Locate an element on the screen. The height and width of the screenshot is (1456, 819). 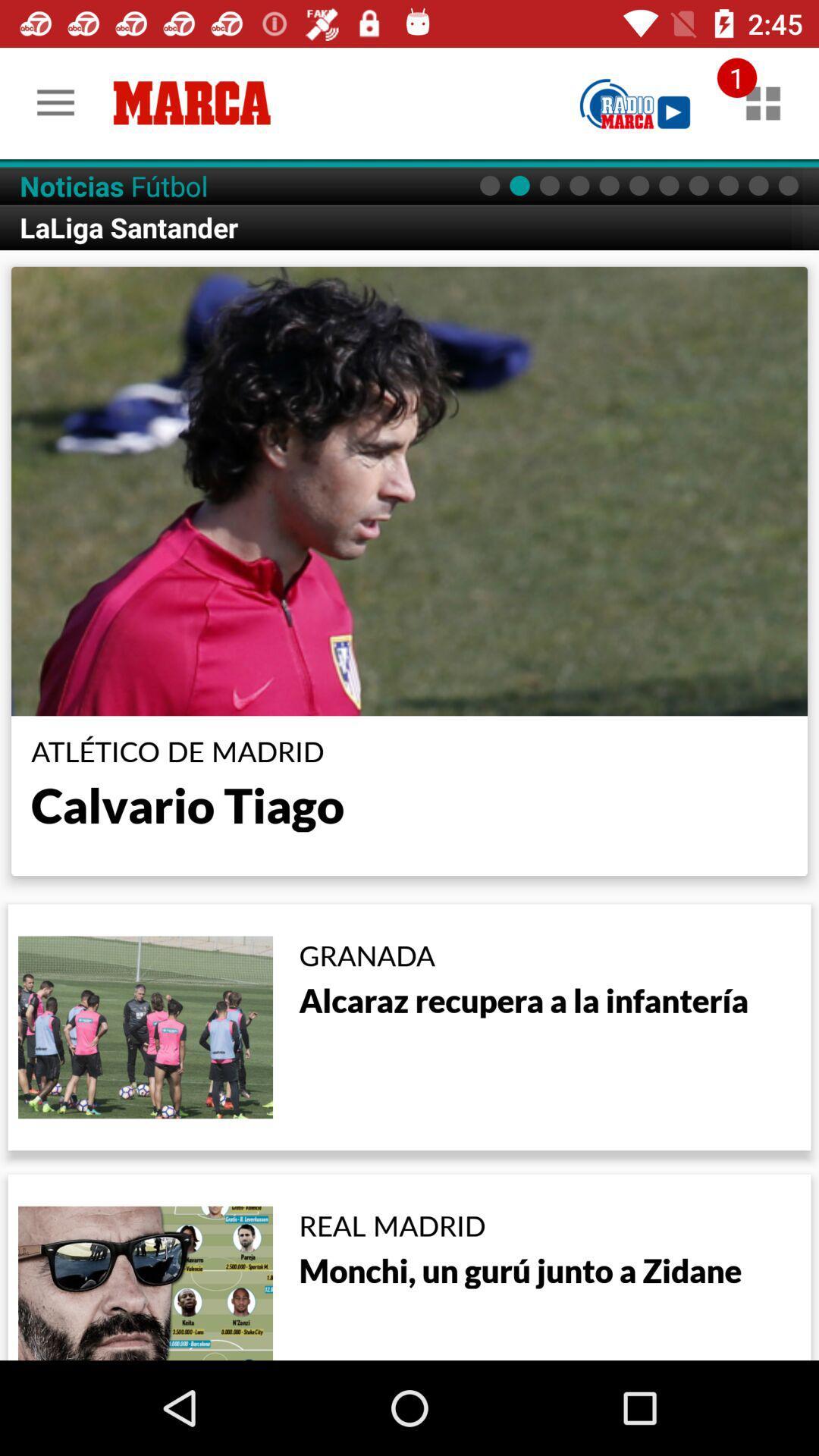
check alert is located at coordinates (763, 102).